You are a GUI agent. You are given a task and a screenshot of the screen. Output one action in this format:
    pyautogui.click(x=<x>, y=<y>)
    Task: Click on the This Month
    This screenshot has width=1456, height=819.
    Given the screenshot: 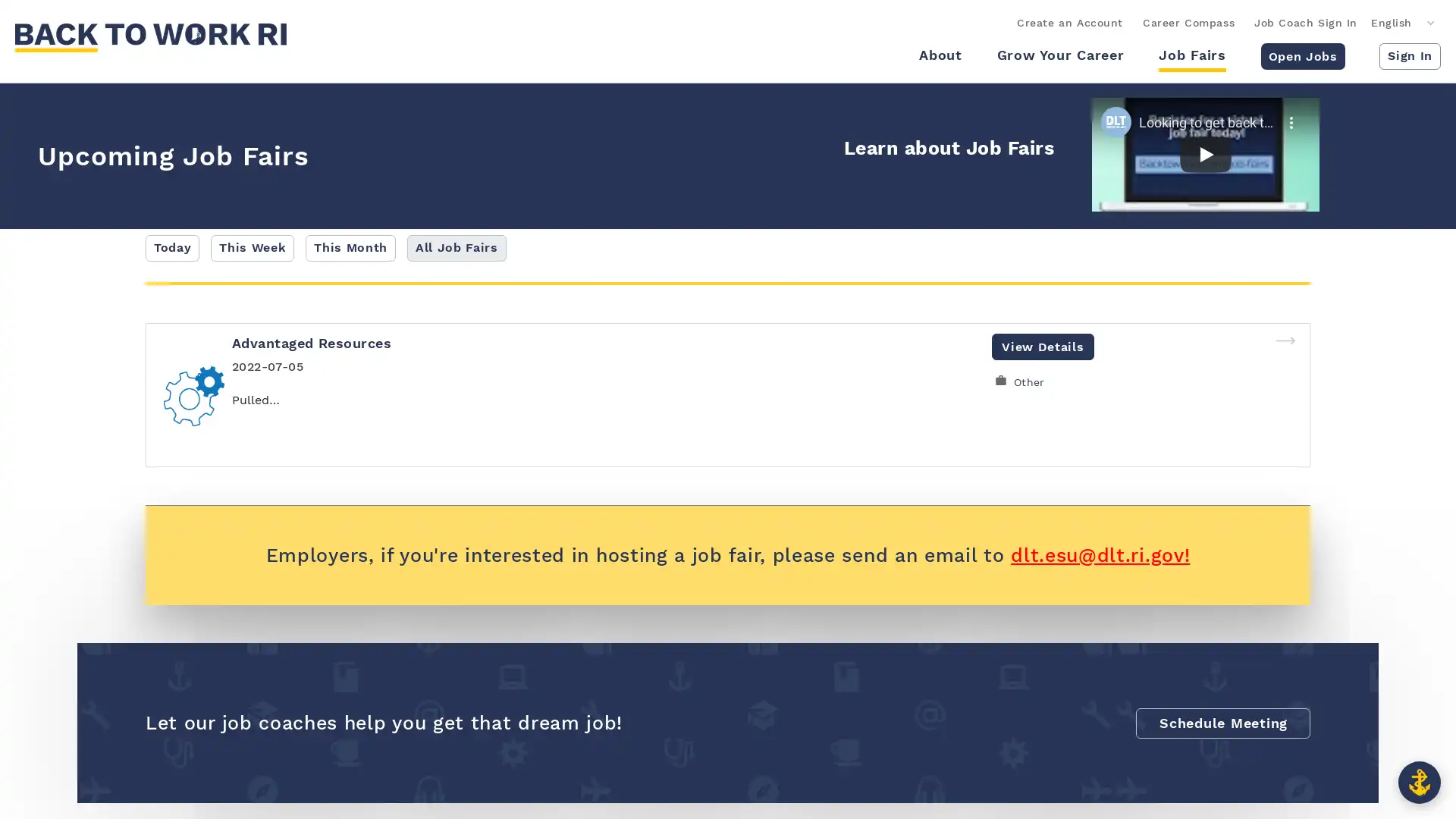 What is the action you would take?
    pyautogui.click(x=350, y=247)
    